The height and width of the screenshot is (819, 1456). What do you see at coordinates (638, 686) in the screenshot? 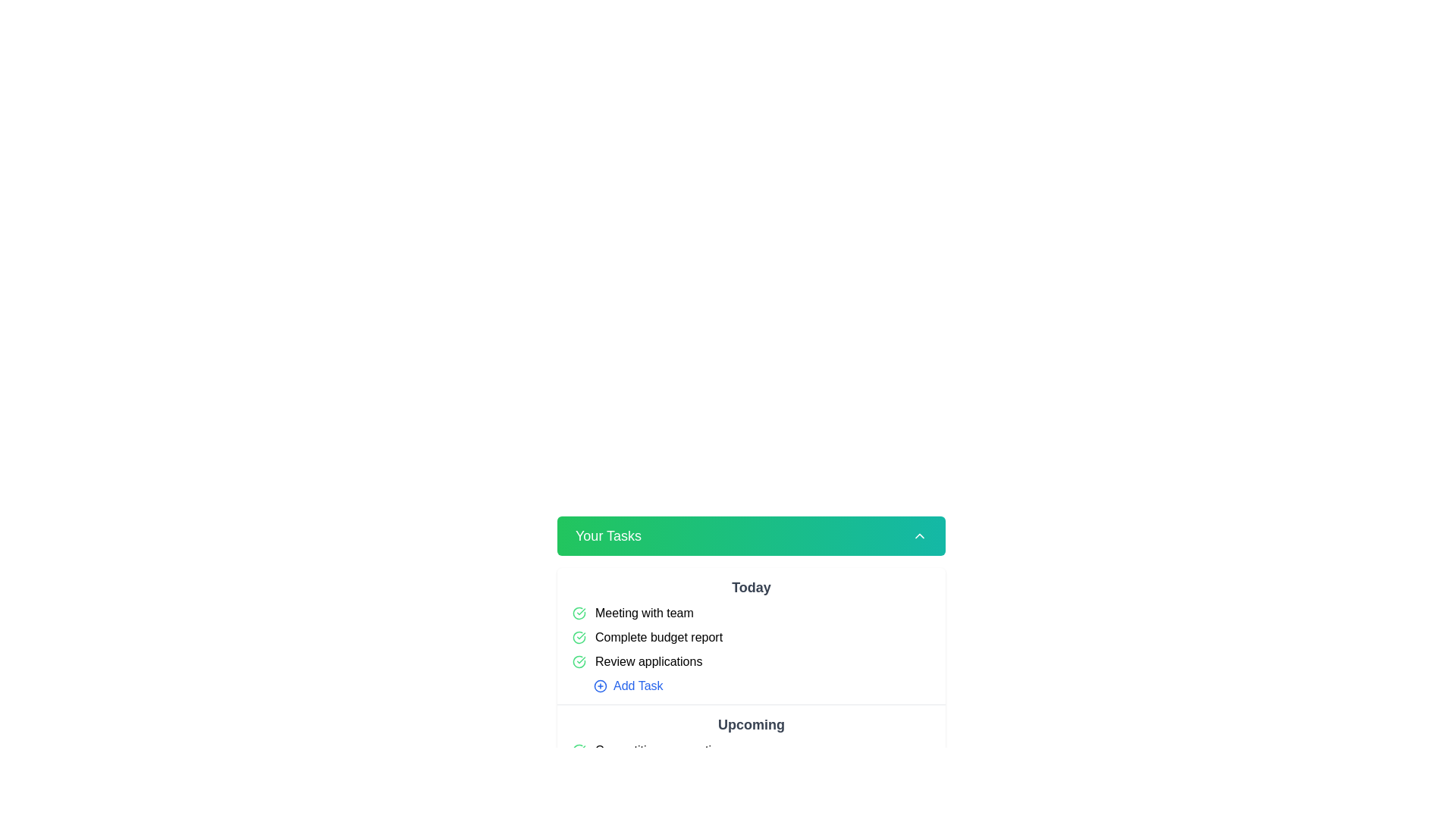
I see `the Text Label that represents the action of adding a new task` at bounding box center [638, 686].